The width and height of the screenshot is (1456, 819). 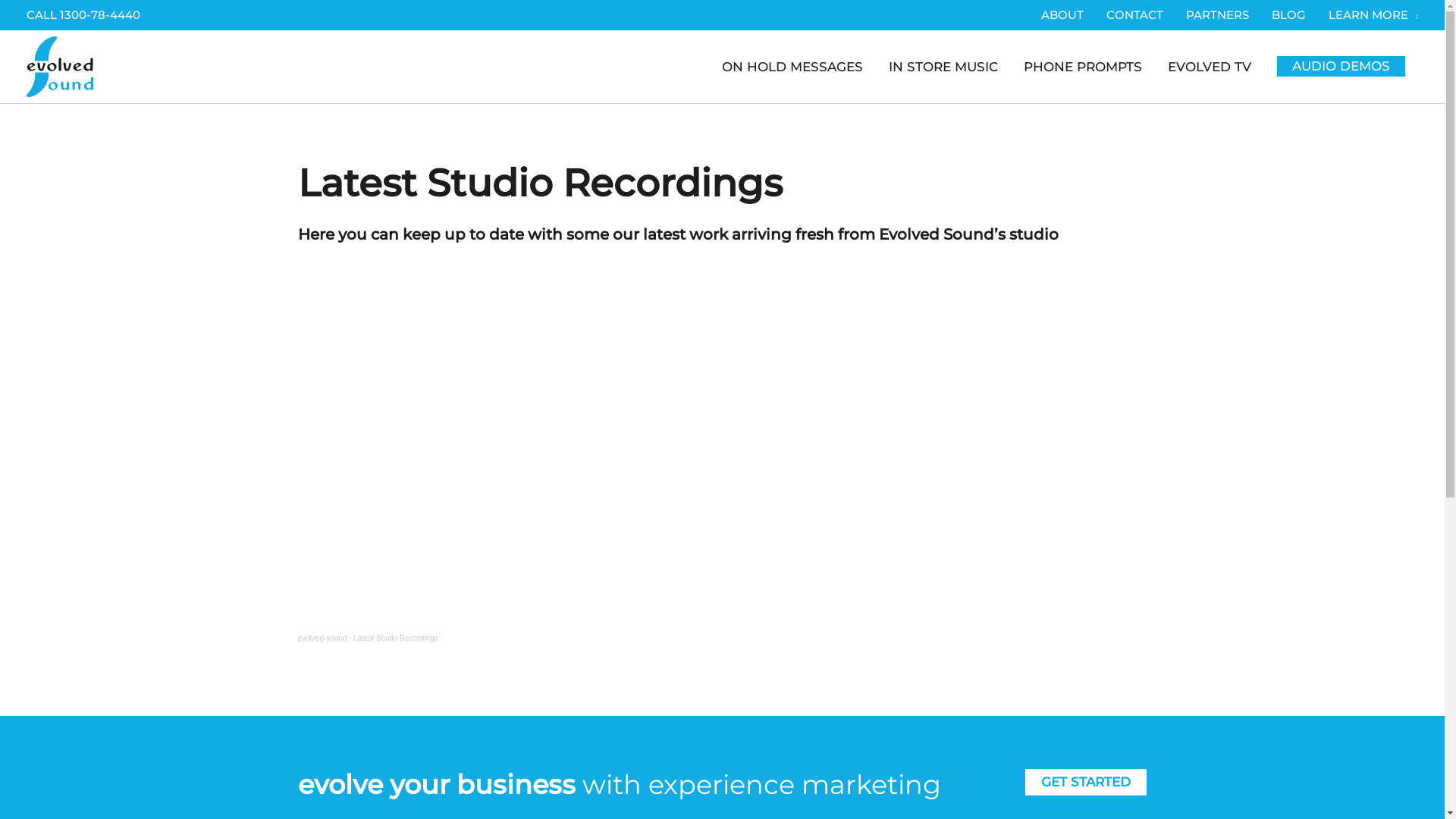 What do you see at coordinates (1288, 14) in the screenshot?
I see `'BLOG'` at bounding box center [1288, 14].